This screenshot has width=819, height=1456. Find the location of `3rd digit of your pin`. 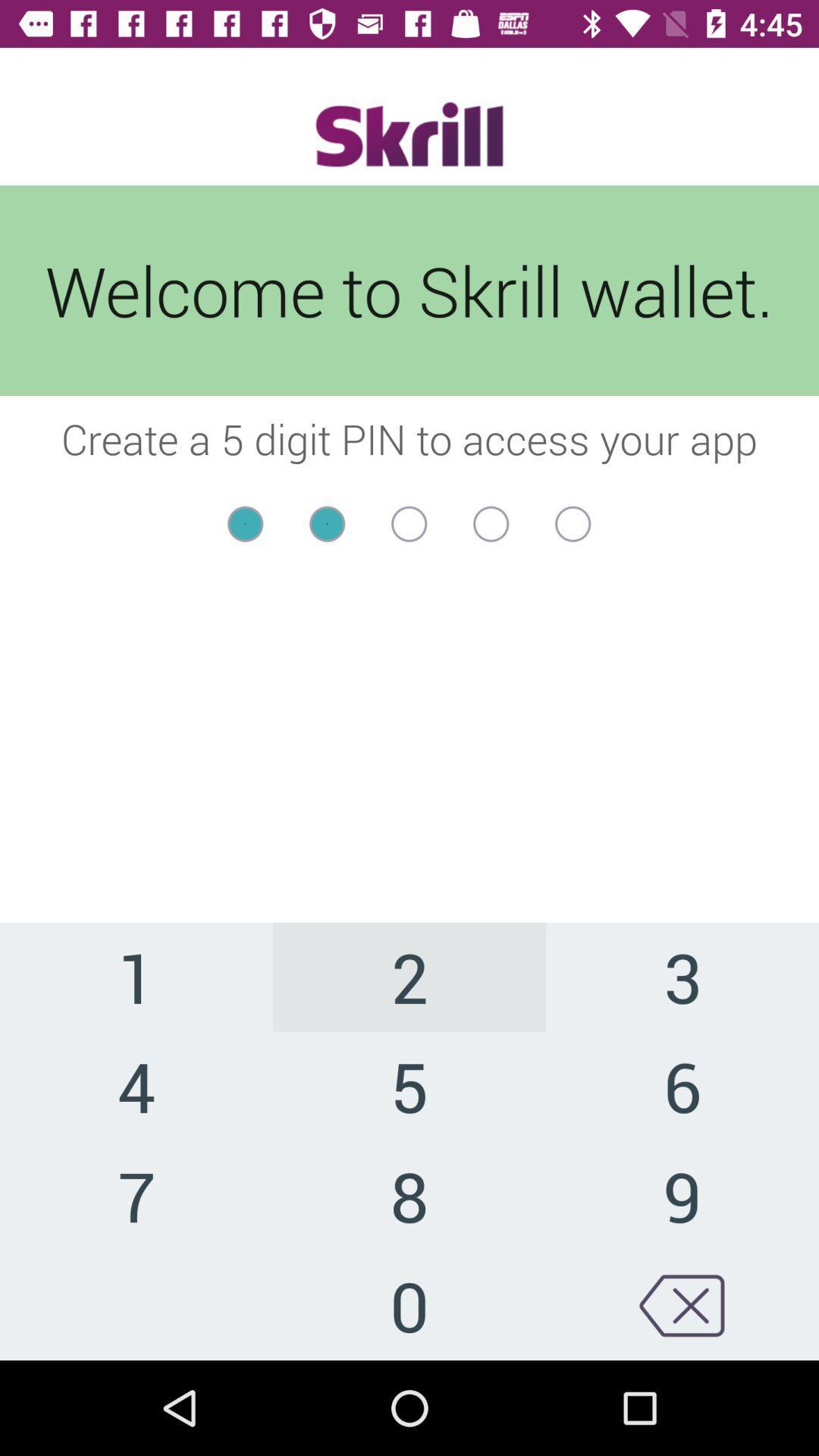

3rd digit of your pin is located at coordinates (408, 524).